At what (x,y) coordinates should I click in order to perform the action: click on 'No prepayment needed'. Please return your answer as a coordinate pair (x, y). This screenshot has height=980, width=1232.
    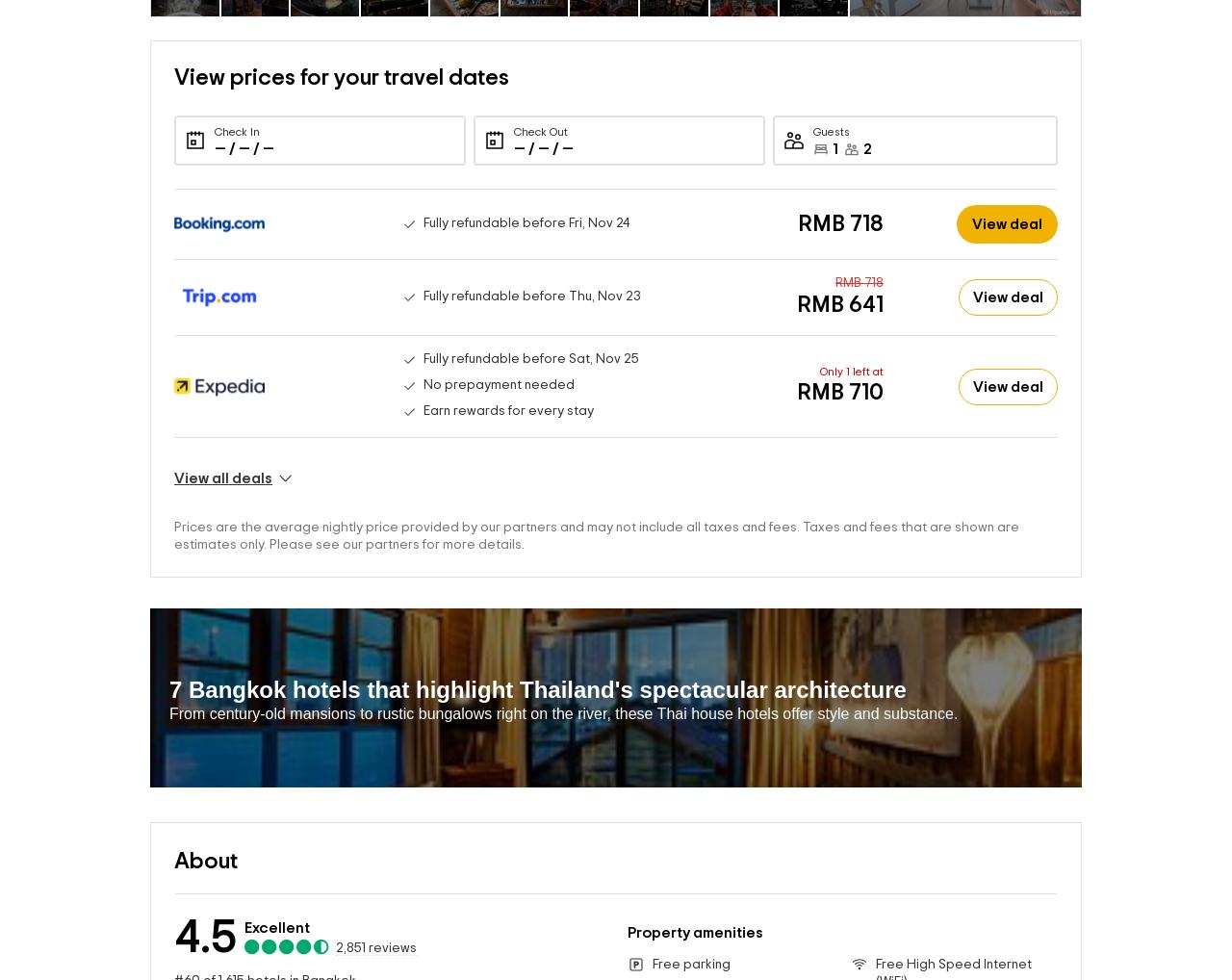
    Looking at the image, I should click on (498, 354).